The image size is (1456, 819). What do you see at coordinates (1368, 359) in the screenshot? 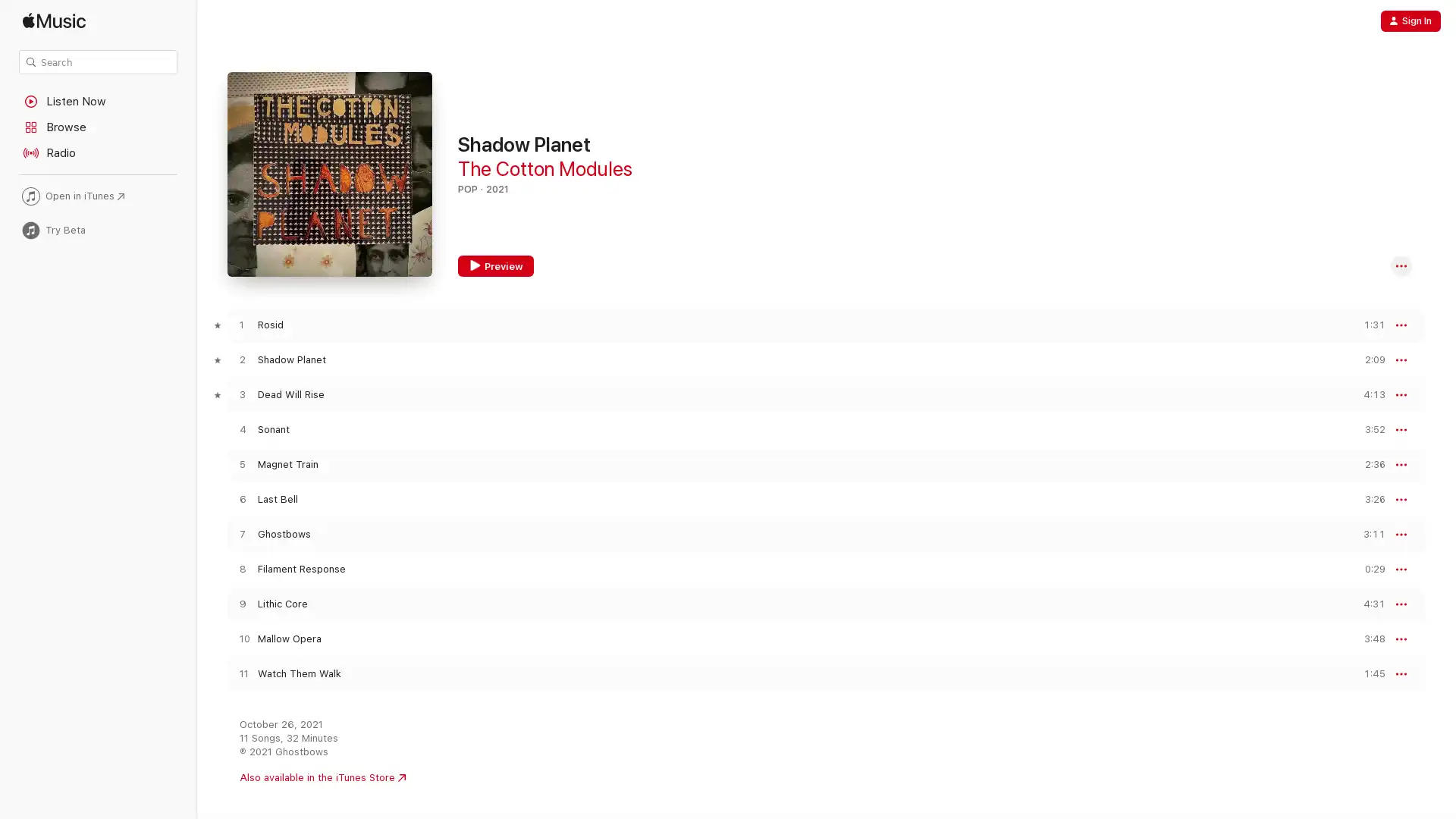
I see `Preview` at bounding box center [1368, 359].